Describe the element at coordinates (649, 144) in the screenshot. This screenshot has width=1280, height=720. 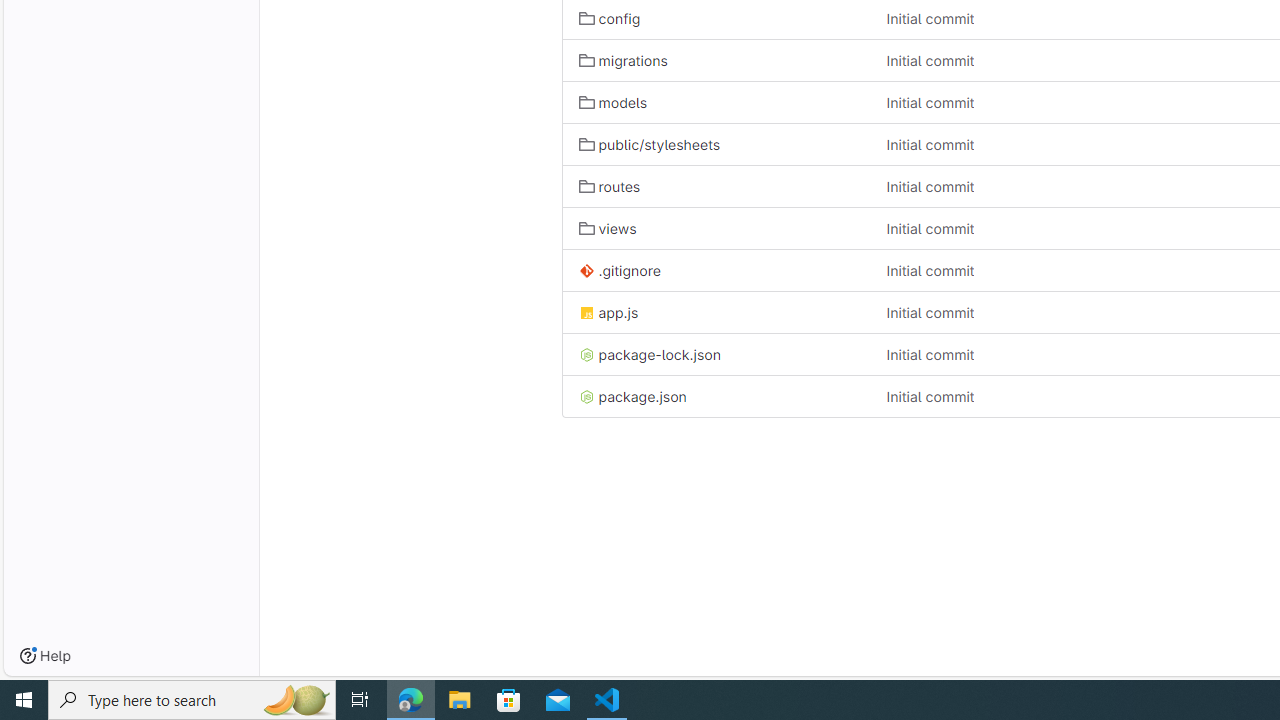
I see `'public/stylesheets'` at that location.